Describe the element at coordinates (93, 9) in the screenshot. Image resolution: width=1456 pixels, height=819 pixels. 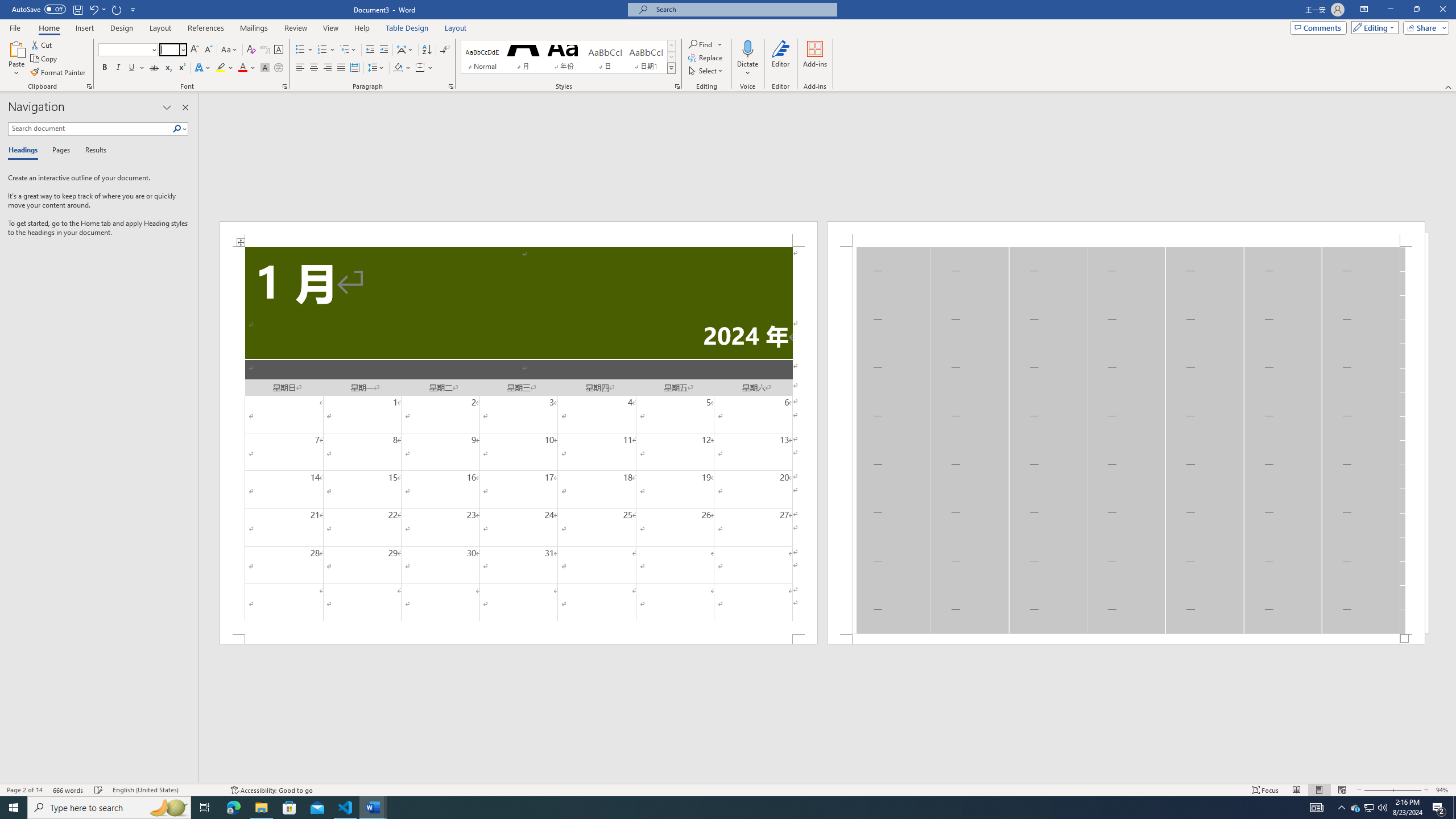
I see `'Undo Apply Quick Style'` at that location.